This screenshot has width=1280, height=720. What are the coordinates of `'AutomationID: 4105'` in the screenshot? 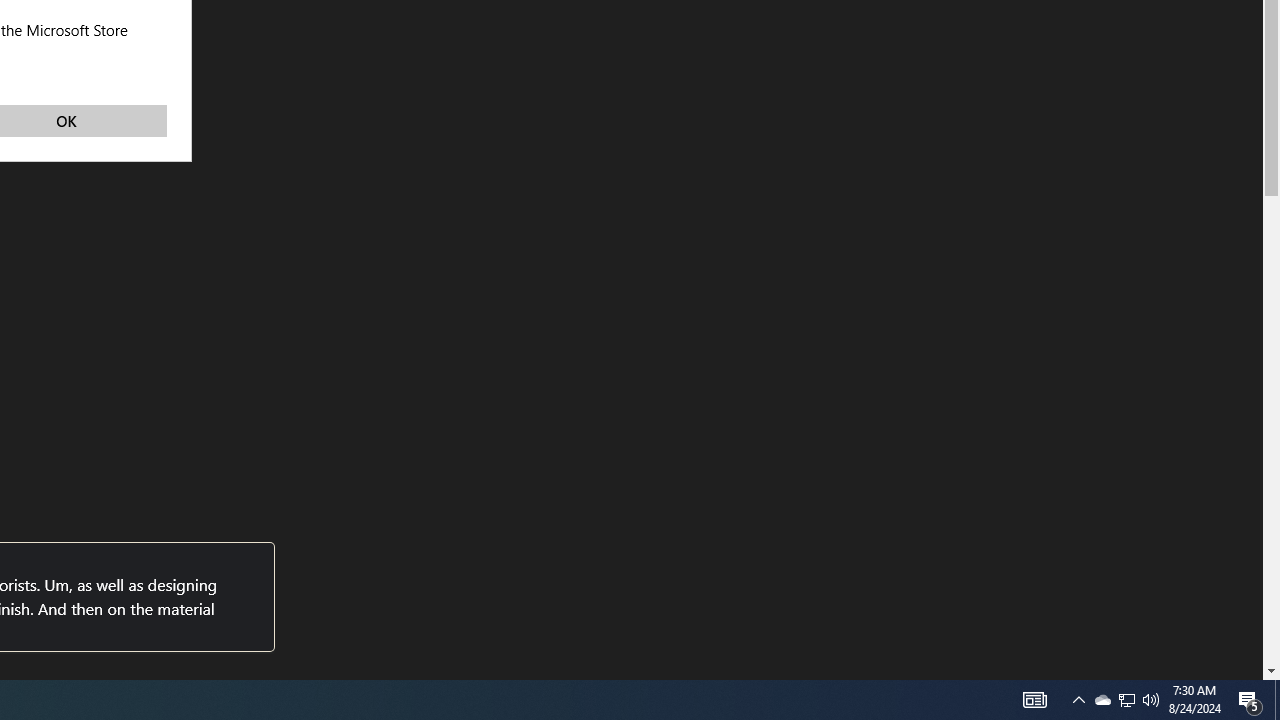 It's located at (1078, 698).